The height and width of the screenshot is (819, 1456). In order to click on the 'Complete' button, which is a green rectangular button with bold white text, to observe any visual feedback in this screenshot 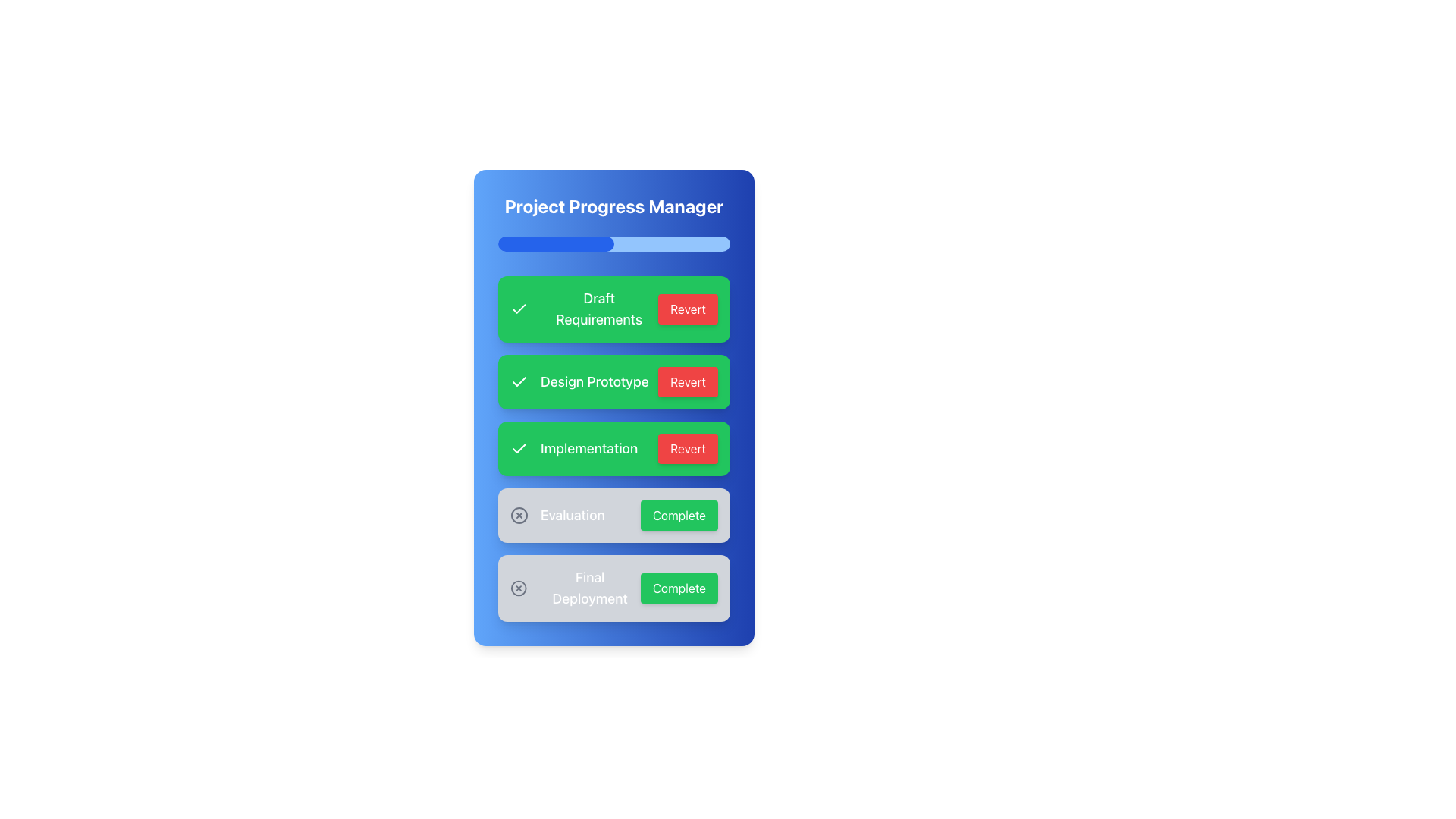, I will do `click(678, 514)`.